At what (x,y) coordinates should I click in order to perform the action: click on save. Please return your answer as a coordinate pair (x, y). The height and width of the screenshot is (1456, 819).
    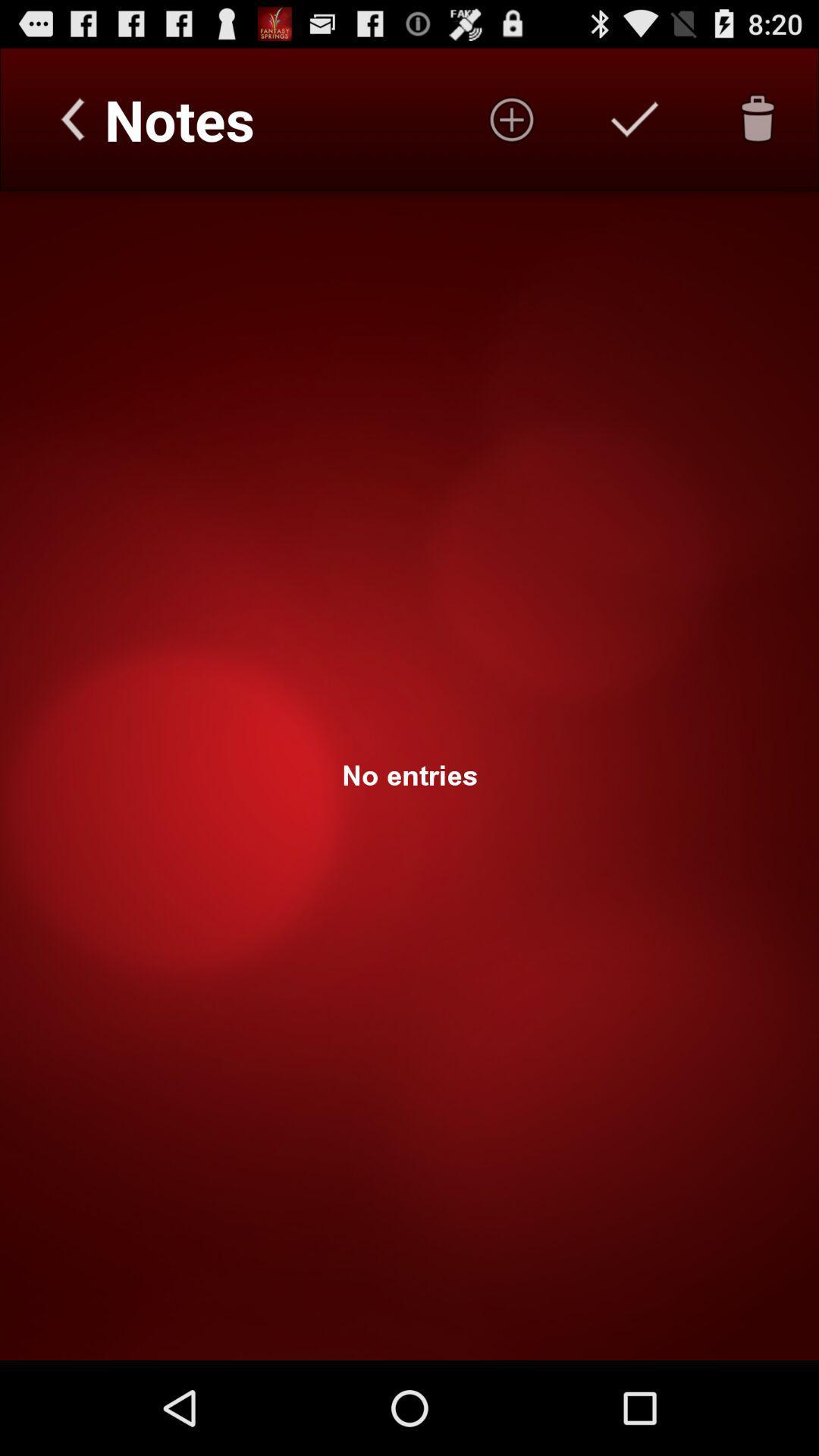
    Looking at the image, I should click on (635, 118).